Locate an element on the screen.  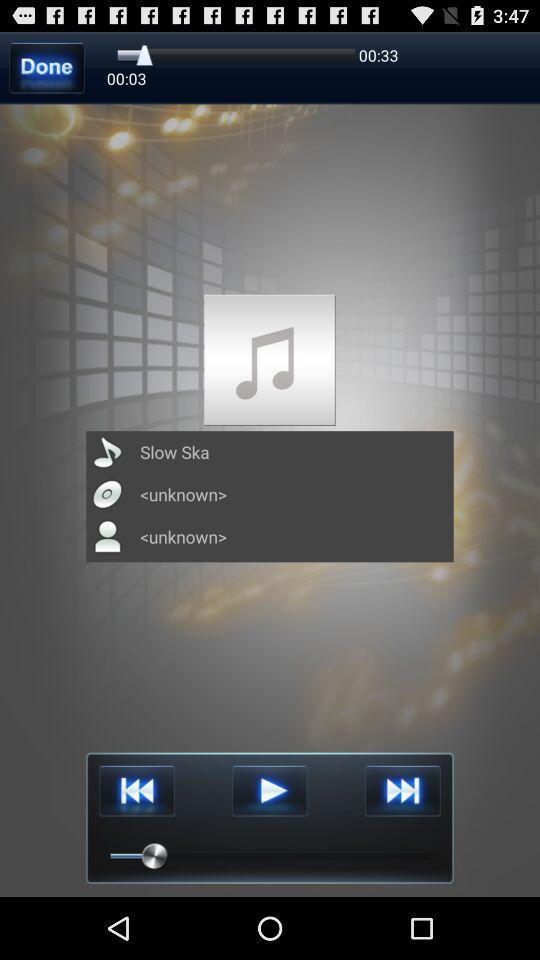
the av_rewind icon is located at coordinates (136, 845).